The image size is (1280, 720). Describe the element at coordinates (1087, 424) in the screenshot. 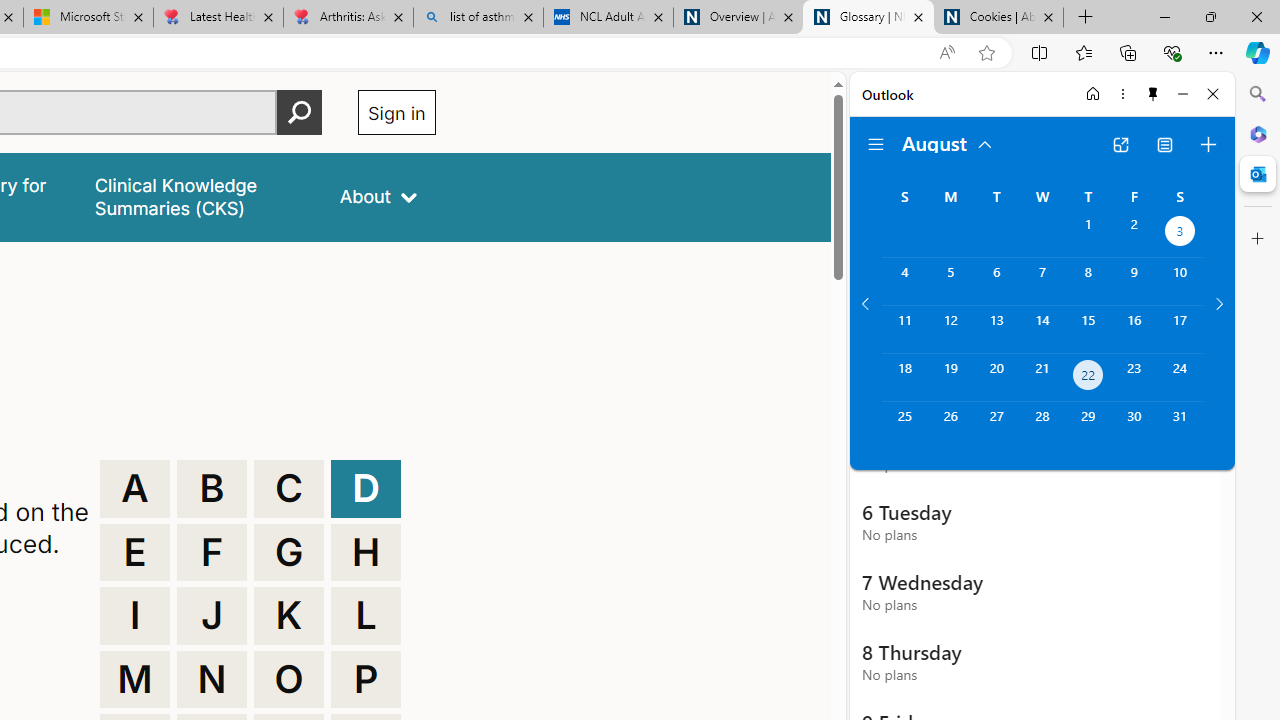

I see `'Thursday, August 29, 2024. '` at that location.